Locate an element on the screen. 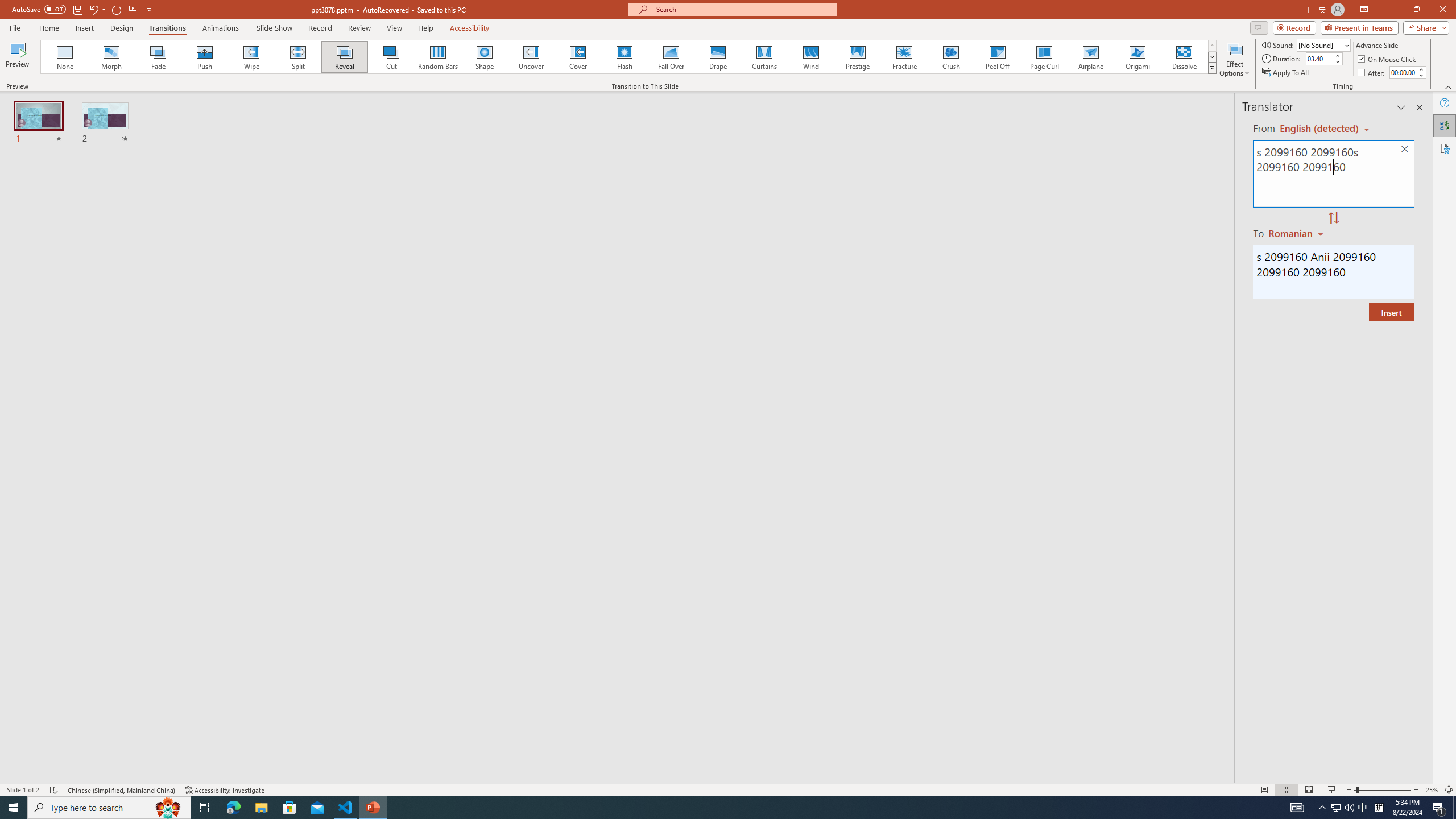  'On Mouse Click' is located at coordinates (1387, 59).